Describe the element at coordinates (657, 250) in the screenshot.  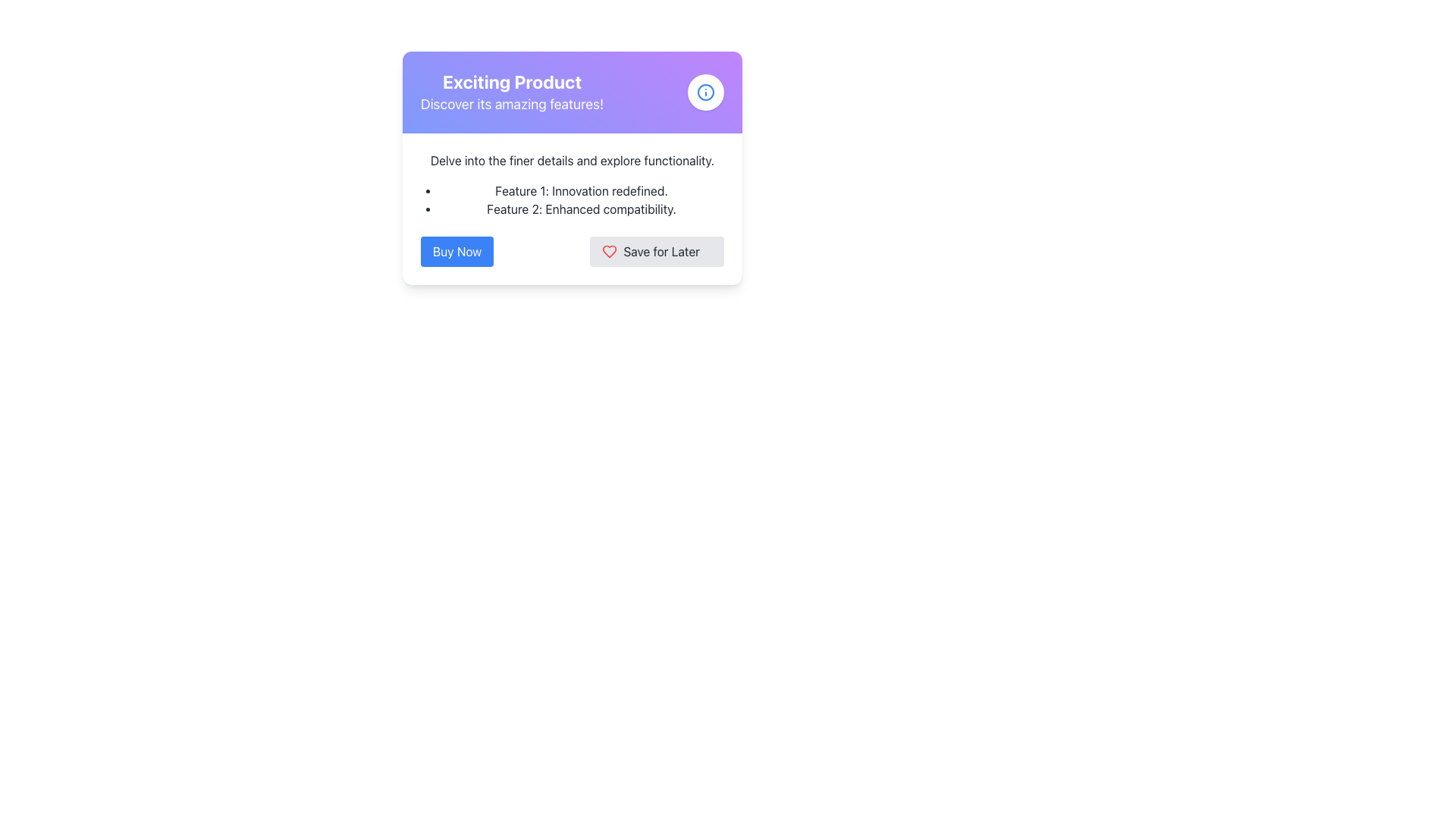
I see `the 'Save for Later' button, which is a rectangular button with rounded corners, a light gray background, a red heart icon on the left, and bold dark text` at that location.